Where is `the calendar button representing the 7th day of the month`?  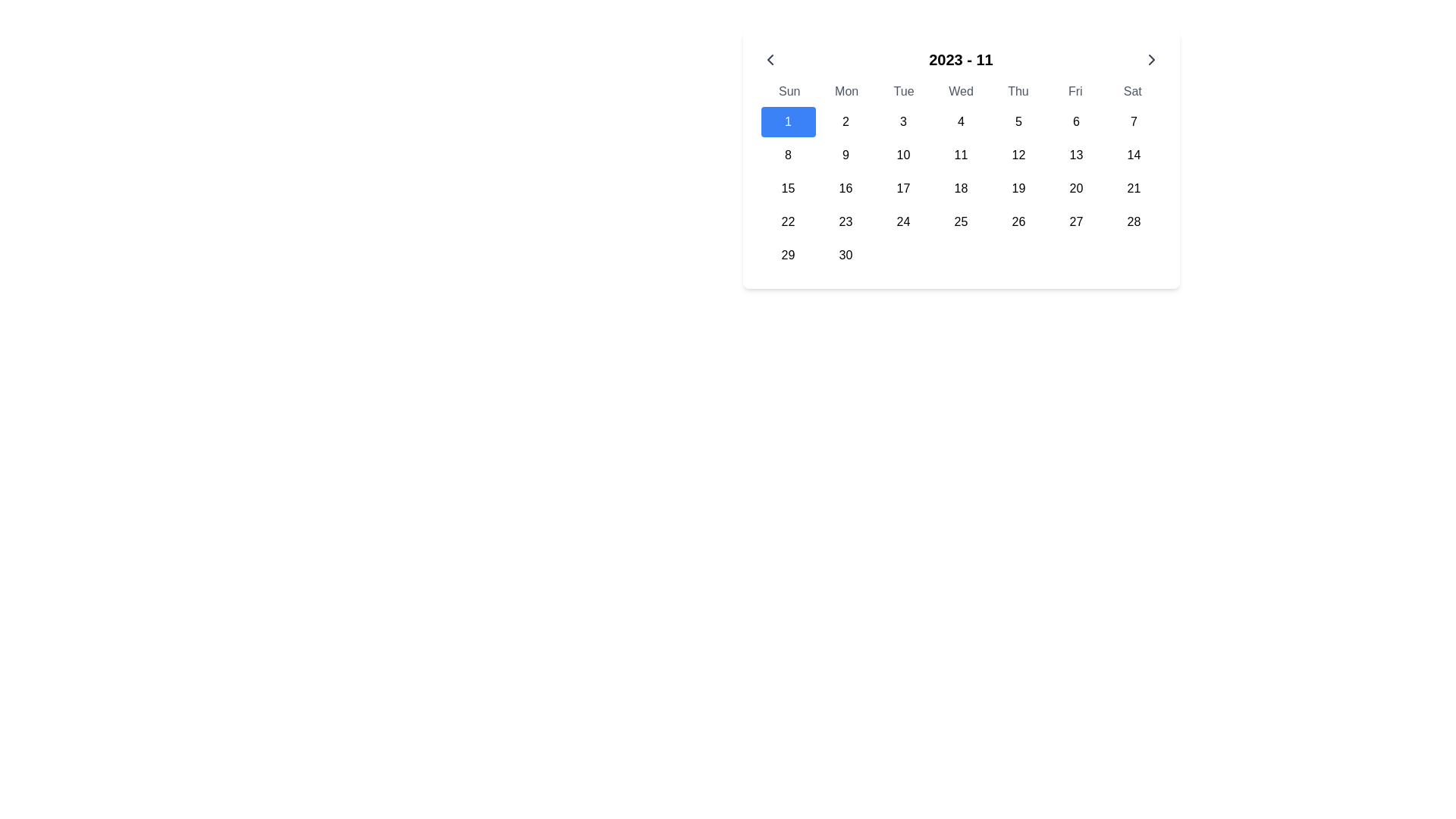
the calendar button representing the 7th day of the month is located at coordinates (1134, 121).